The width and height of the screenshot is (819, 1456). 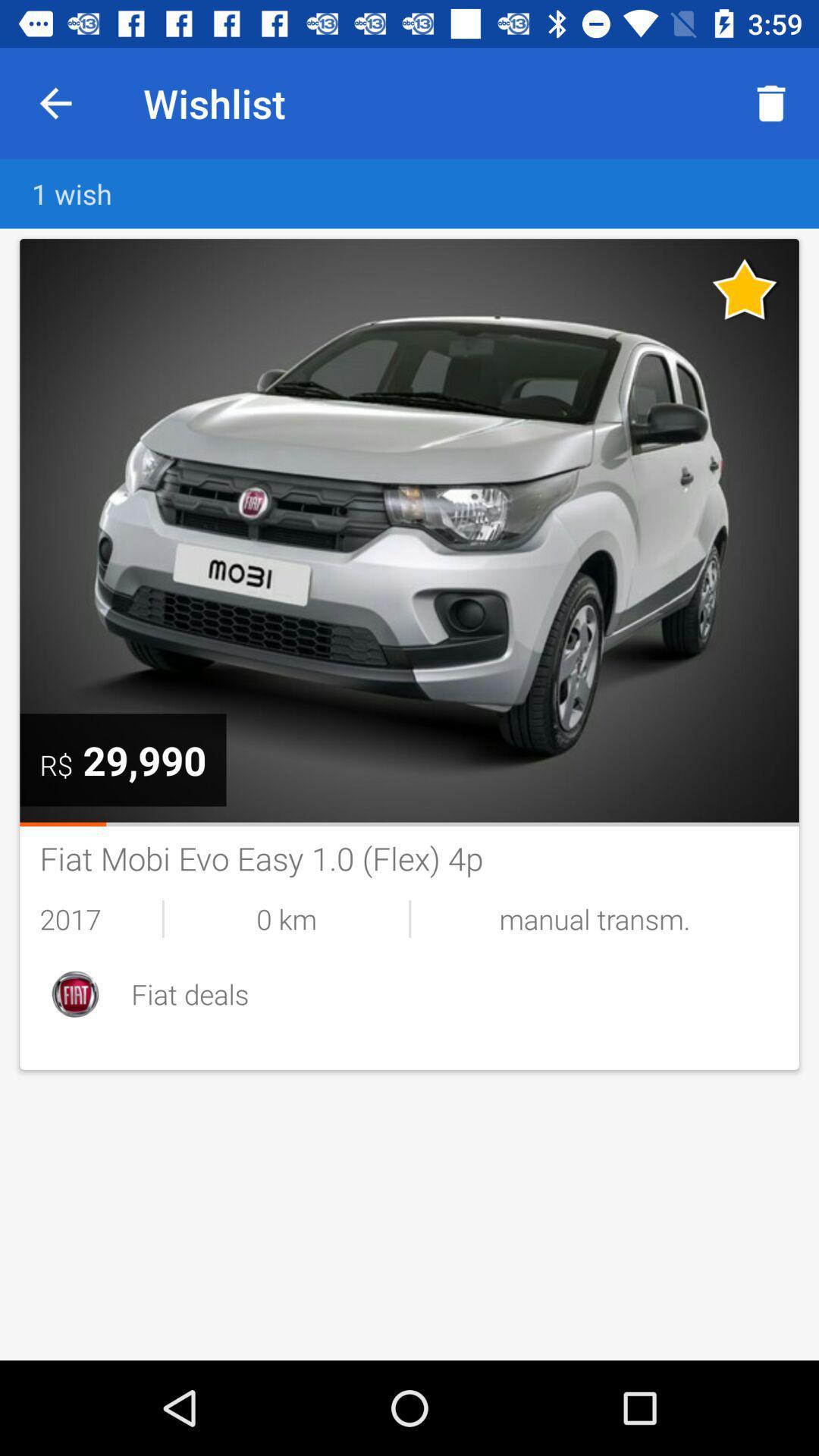 I want to click on to your wishlist, so click(x=745, y=289).